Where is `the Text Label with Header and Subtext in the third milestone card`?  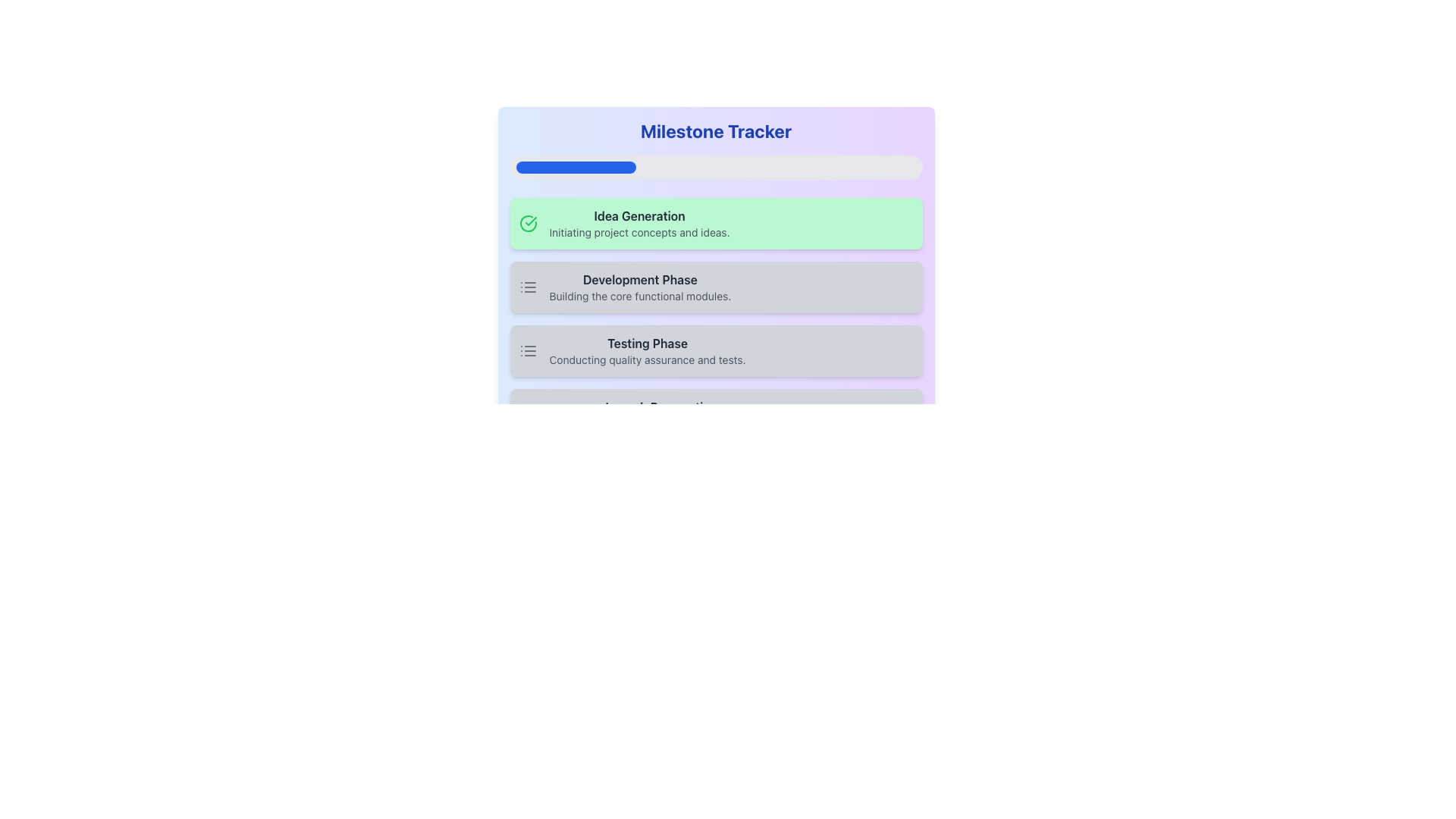 the Text Label with Header and Subtext in the third milestone card is located at coordinates (648, 350).